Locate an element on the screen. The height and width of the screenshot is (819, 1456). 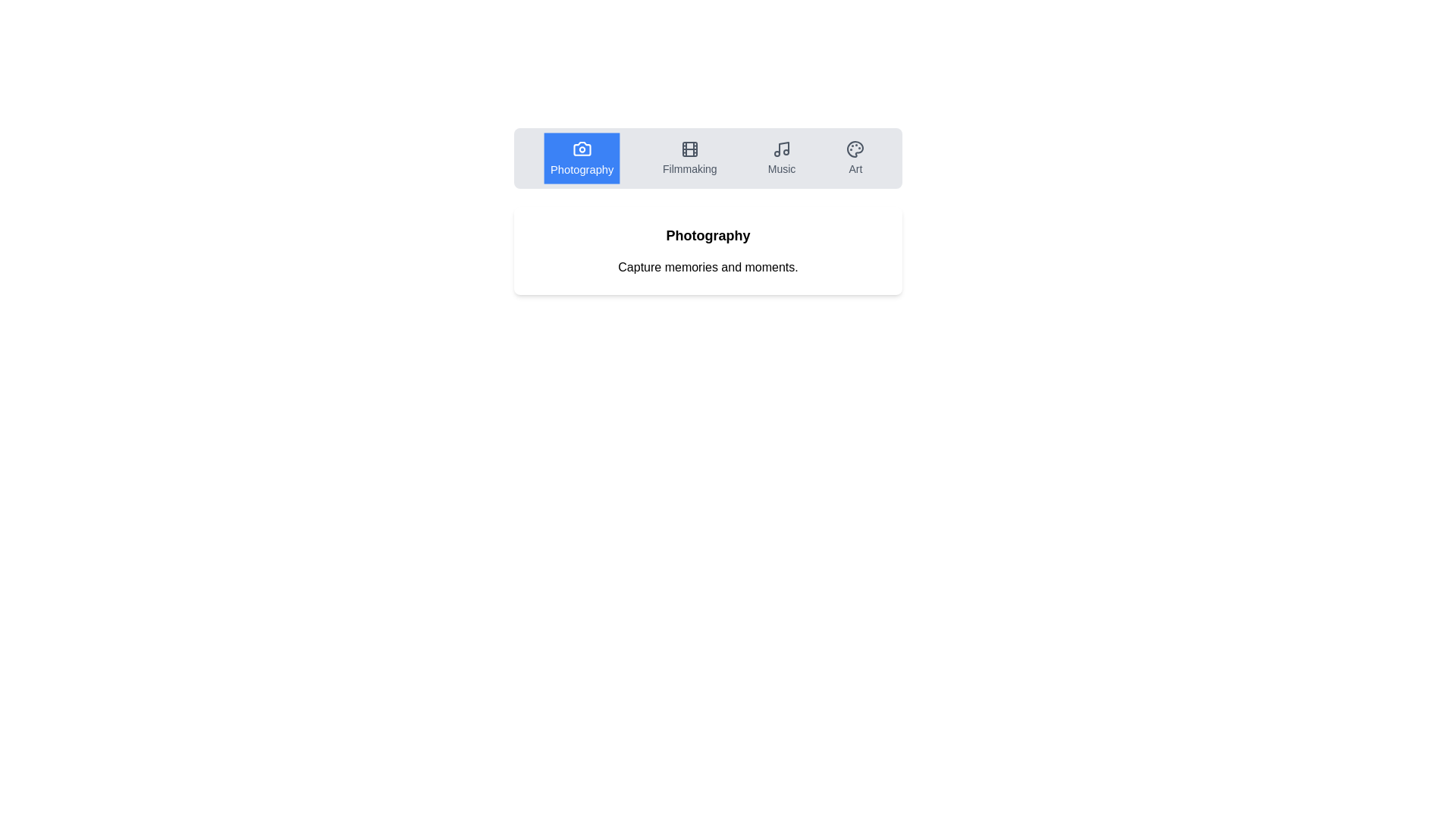
the Music tab by clicking on it is located at coordinates (782, 158).